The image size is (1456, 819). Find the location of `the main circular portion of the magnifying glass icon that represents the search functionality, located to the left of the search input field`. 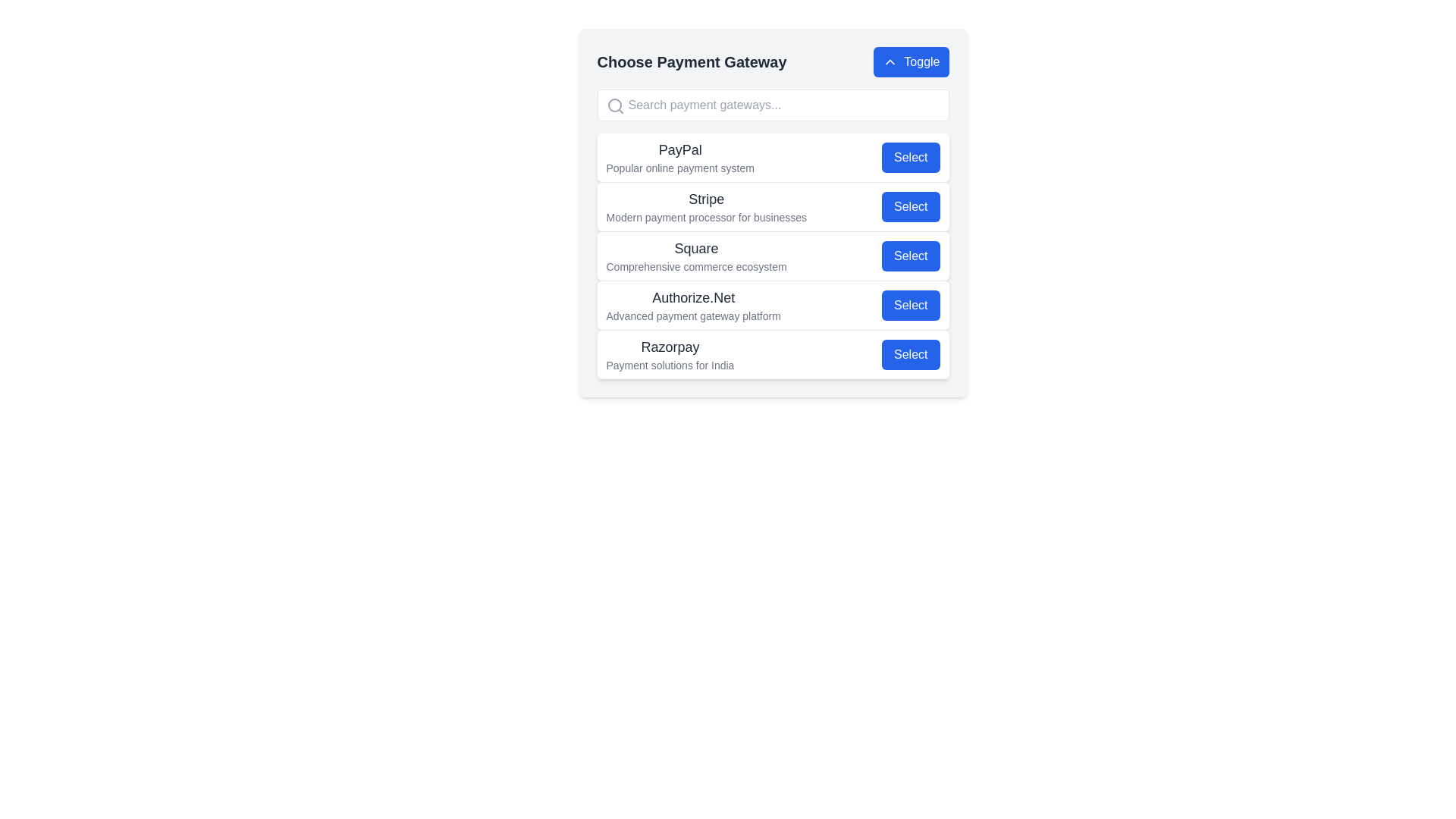

the main circular portion of the magnifying glass icon that represents the search functionality, located to the left of the search input field is located at coordinates (614, 104).